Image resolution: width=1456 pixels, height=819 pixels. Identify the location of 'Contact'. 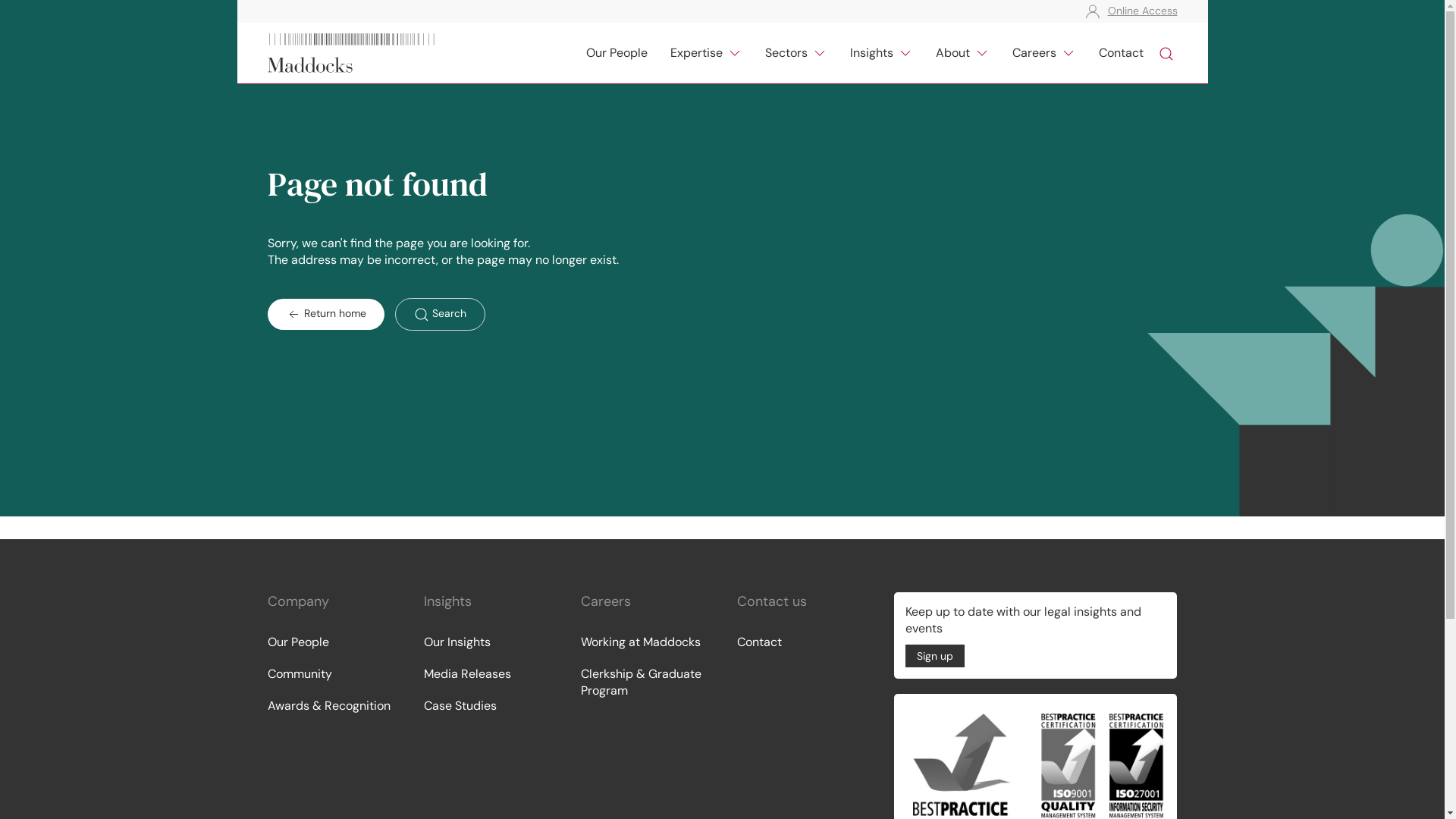
(799, 642).